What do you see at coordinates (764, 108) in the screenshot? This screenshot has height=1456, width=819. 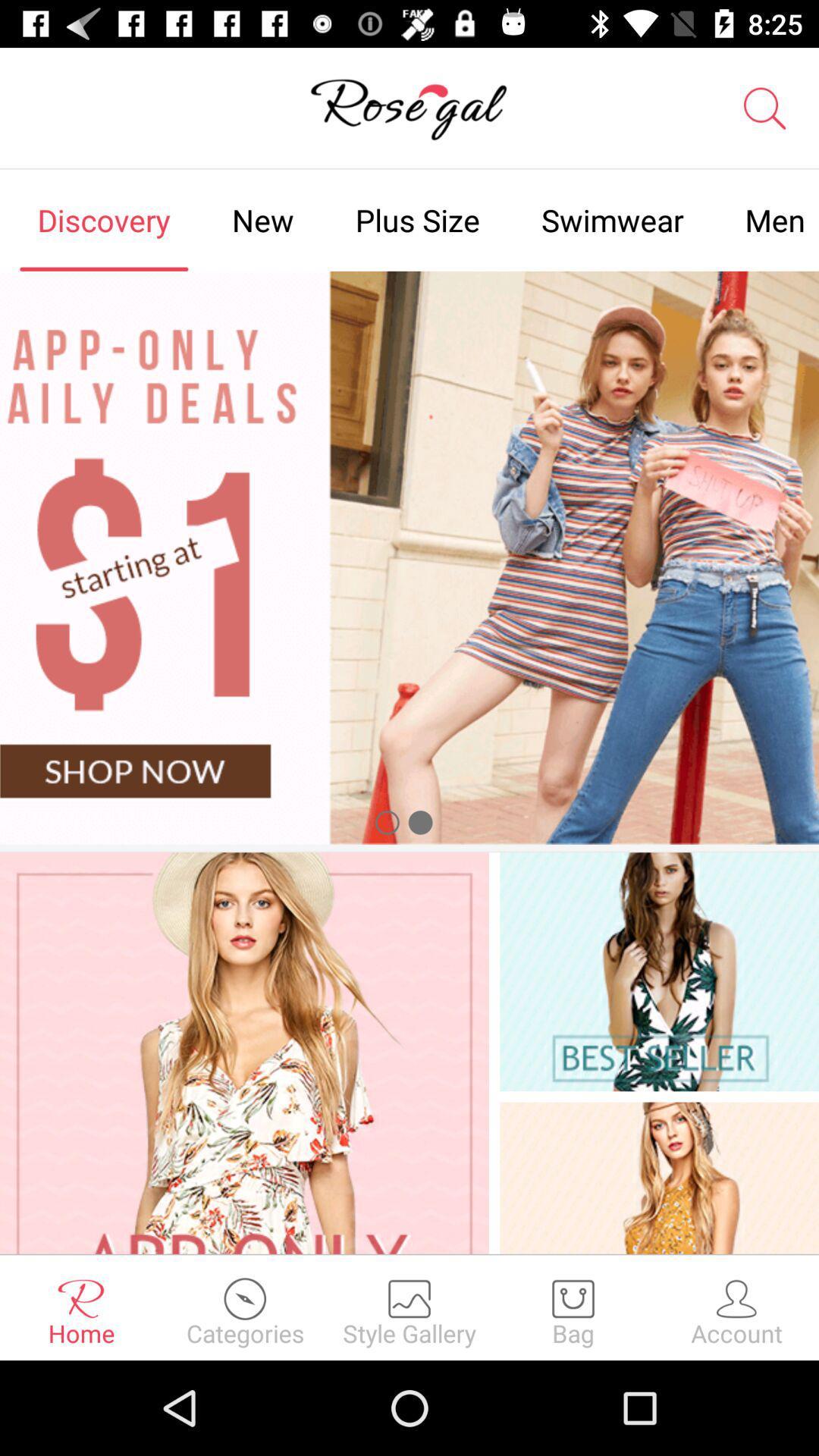 I see `the search icon` at bounding box center [764, 108].